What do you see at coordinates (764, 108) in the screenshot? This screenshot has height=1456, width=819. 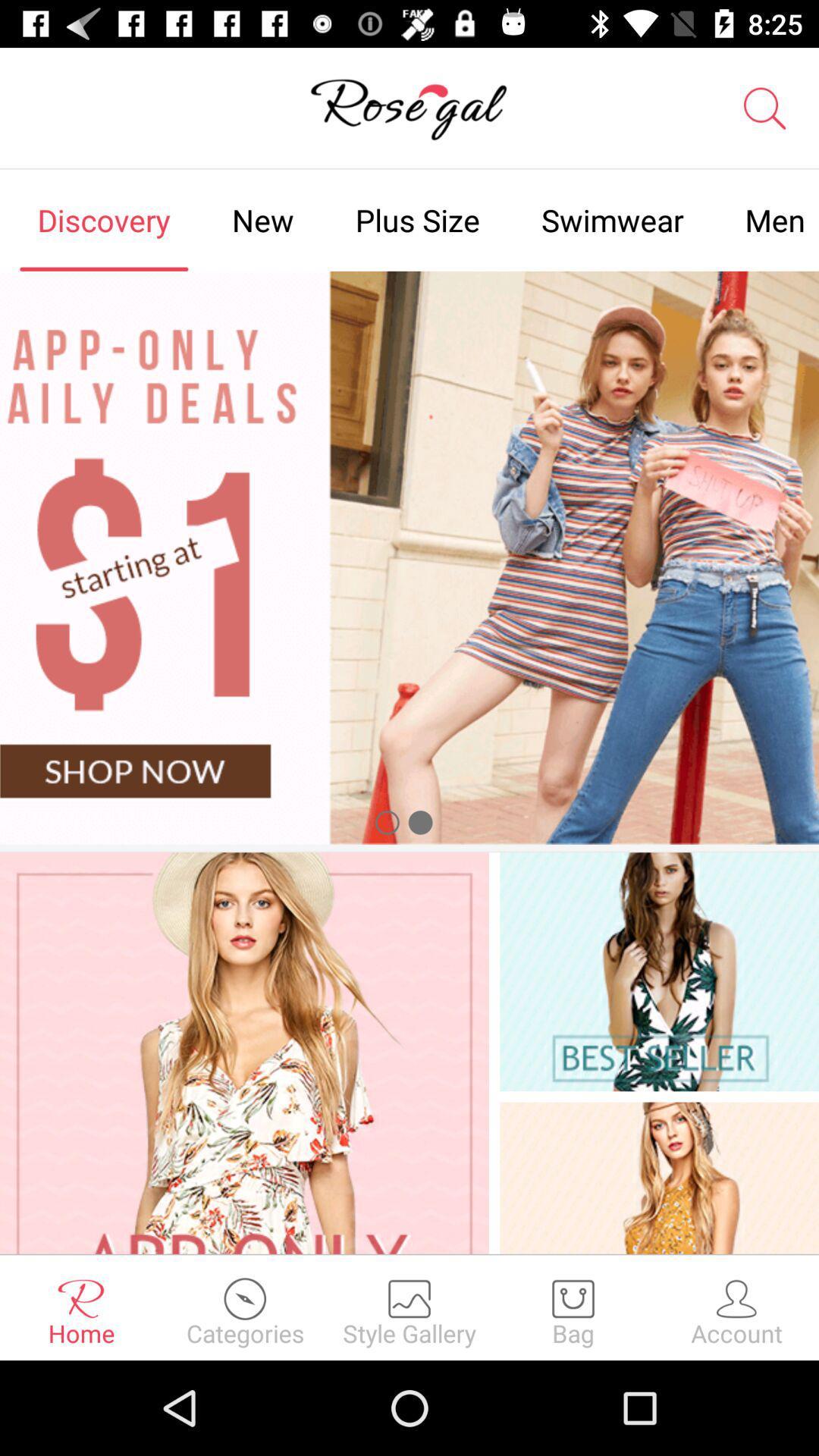 I see `the search icon` at bounding box center [764, 108].